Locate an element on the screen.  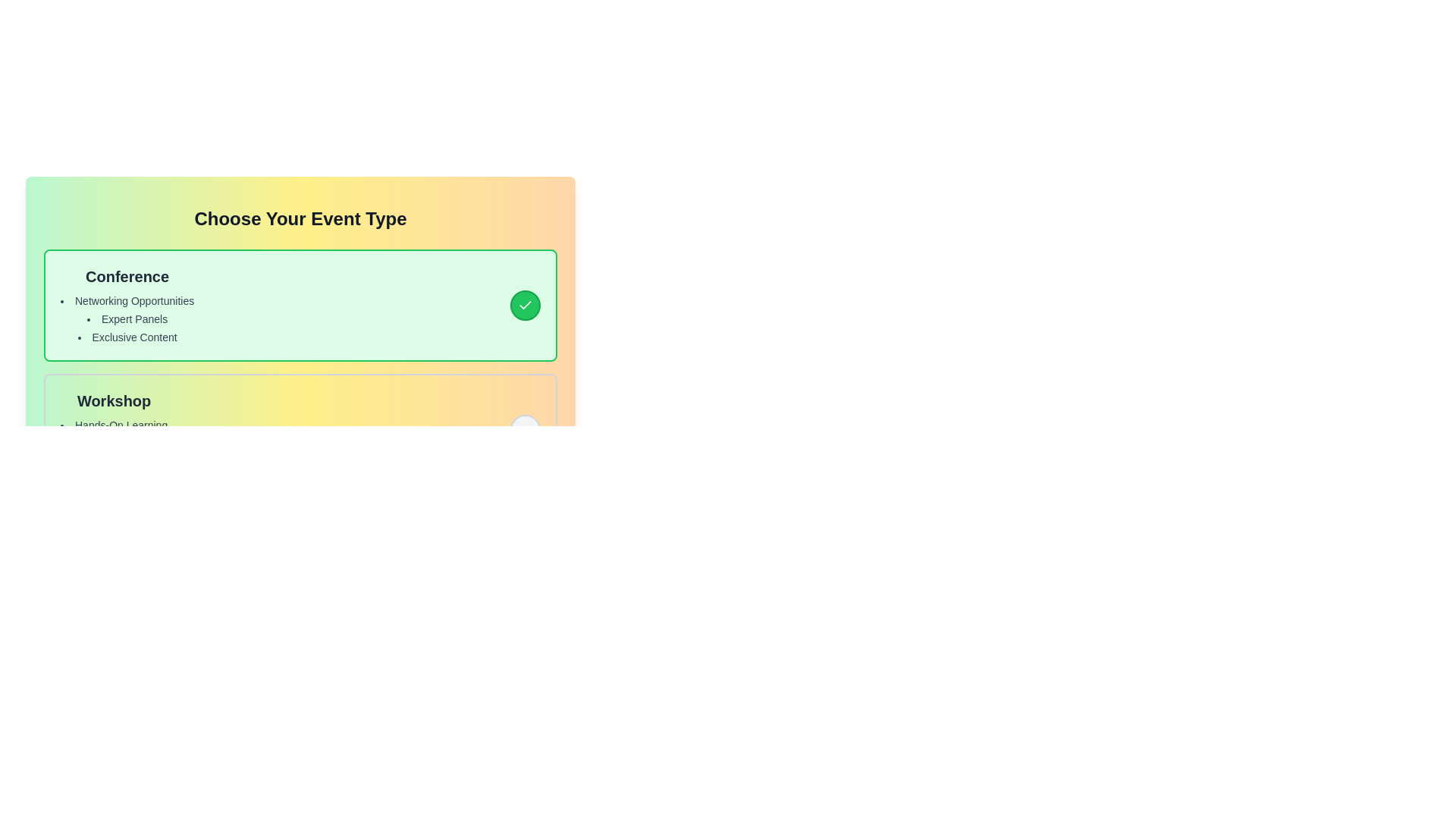
the visual confirmation state of the checkmark icon indicating selection within the 'Conference' panel, which is styled with a clean and modern design is located at coordinates (525, 304).